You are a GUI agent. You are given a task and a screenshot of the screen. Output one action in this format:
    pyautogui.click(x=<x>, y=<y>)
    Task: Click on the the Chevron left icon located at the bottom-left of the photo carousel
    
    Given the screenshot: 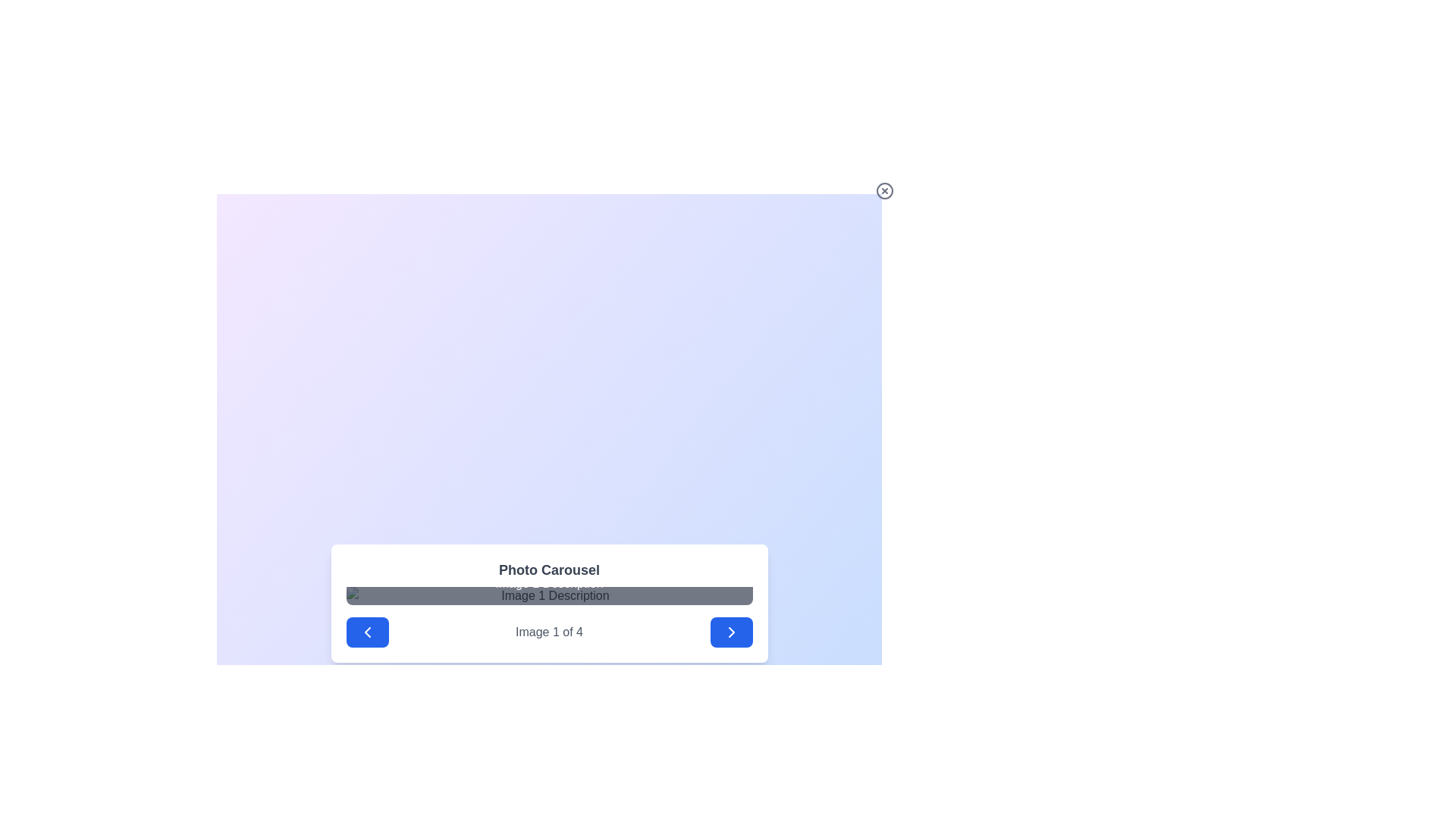 What is the action you would take?
    pyautogui.click(x=367, y=632)
    